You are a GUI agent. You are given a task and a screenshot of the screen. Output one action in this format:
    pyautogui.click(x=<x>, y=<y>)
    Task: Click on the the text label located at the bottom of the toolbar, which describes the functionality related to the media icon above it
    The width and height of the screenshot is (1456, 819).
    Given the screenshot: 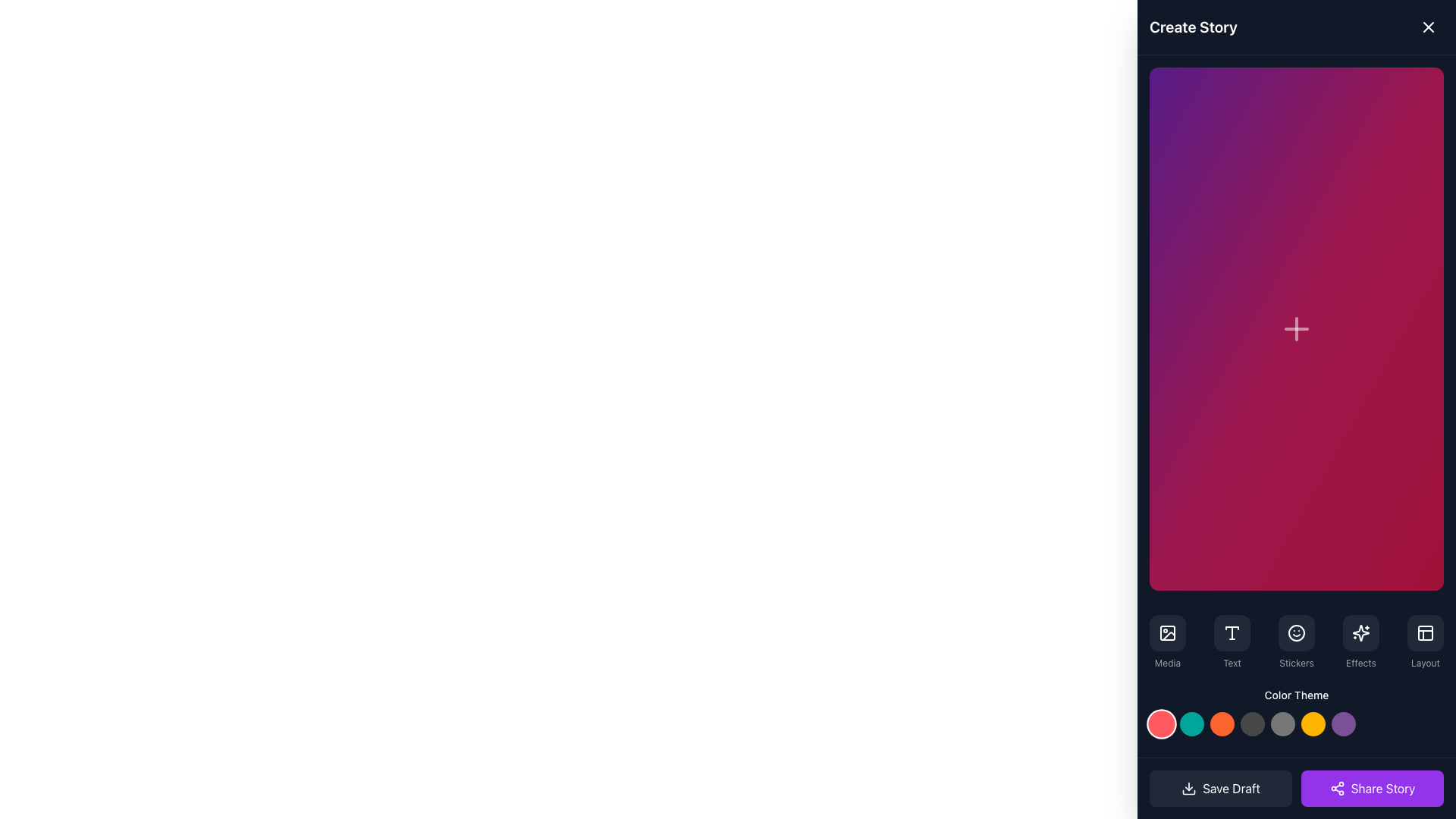 What is the action you would take?
    pyautogui.click(x=1167, y=662)
    